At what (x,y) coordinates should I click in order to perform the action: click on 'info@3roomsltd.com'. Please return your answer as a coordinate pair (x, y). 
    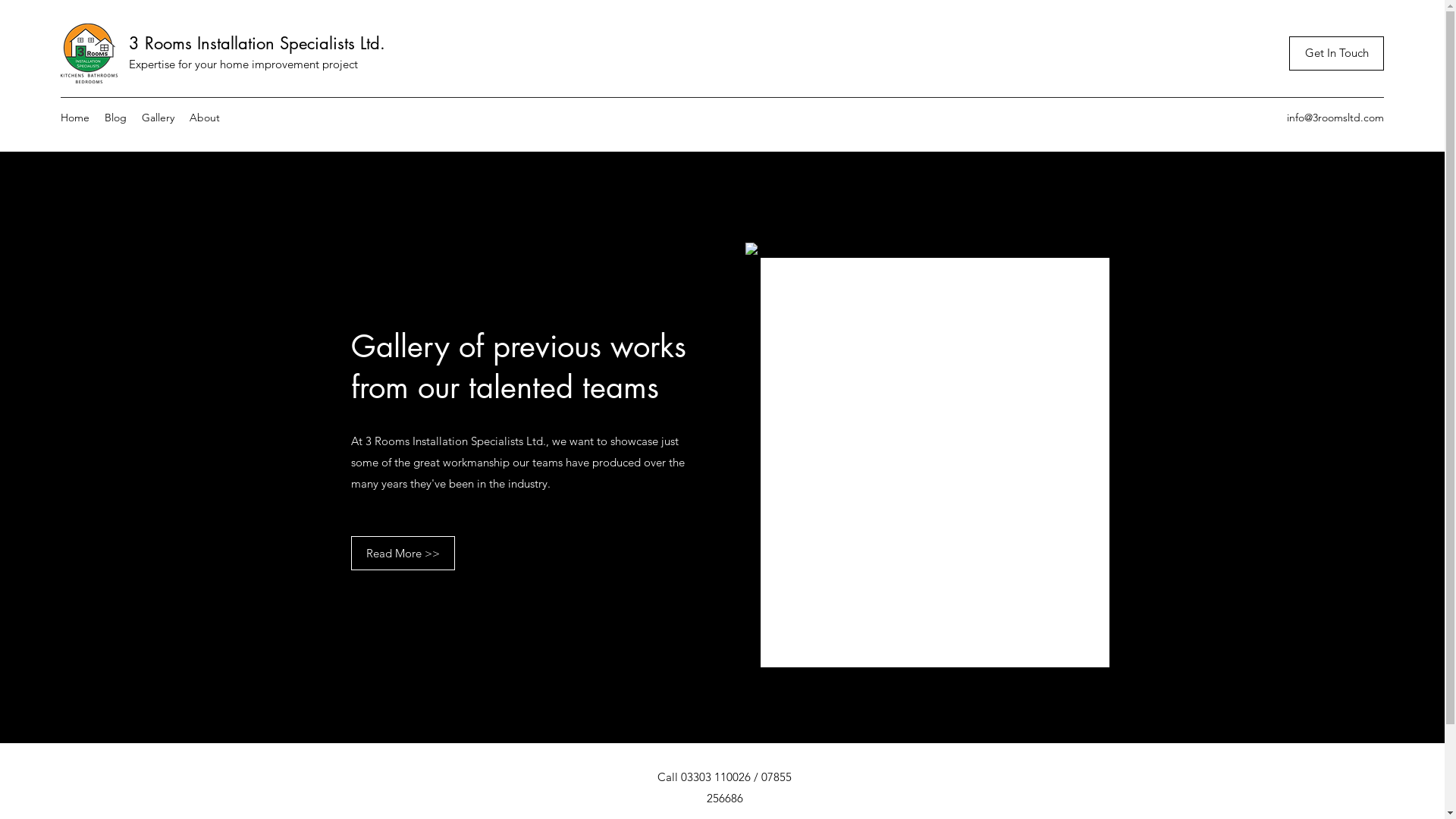
    Looking at the image, I should click on (1335, 116).